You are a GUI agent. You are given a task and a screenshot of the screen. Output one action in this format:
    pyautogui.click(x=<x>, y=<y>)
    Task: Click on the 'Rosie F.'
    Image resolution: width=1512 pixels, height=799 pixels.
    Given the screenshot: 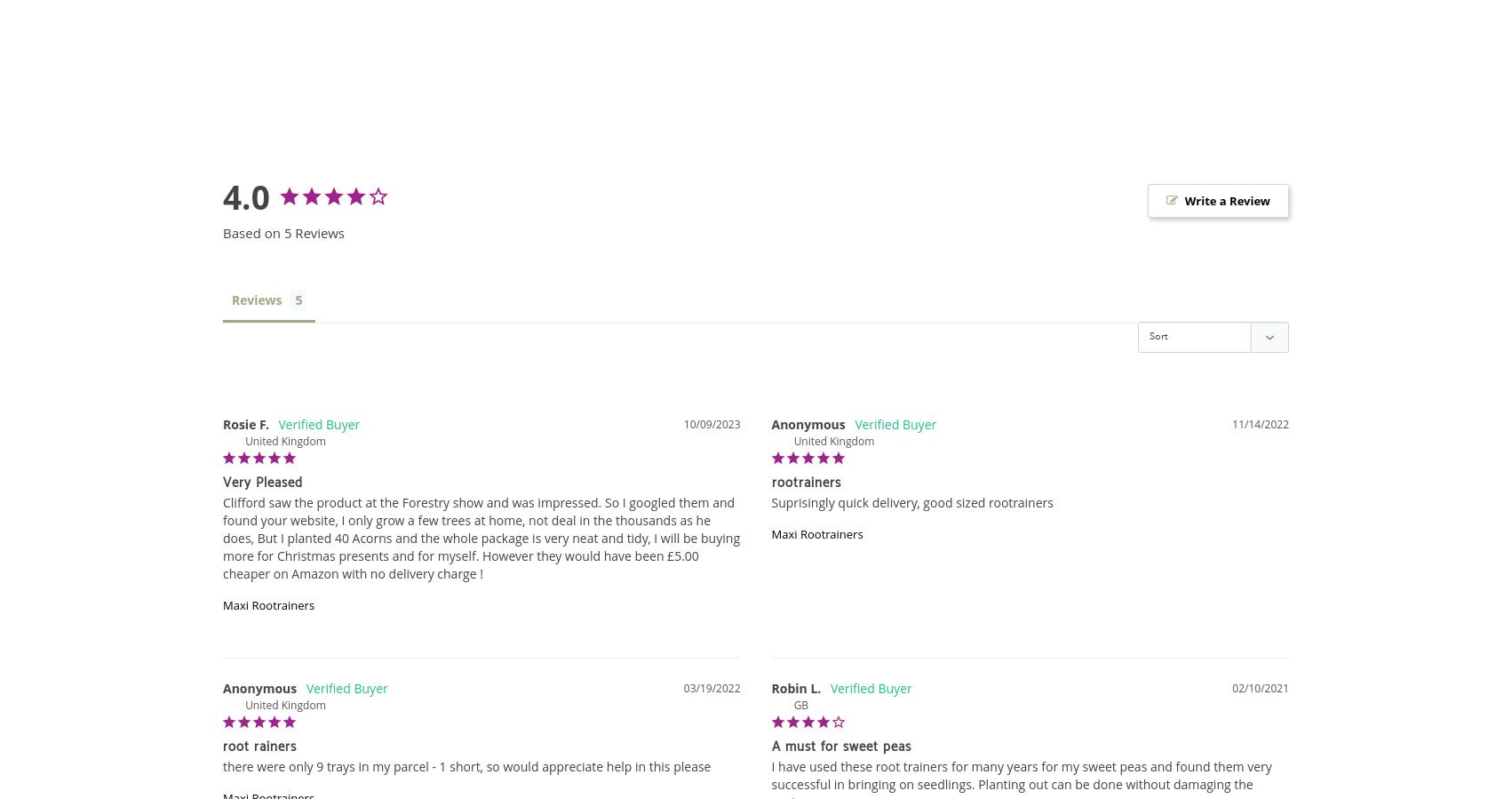 What is the action you would take?
    pyautogui.click(x=222, y=423)
    